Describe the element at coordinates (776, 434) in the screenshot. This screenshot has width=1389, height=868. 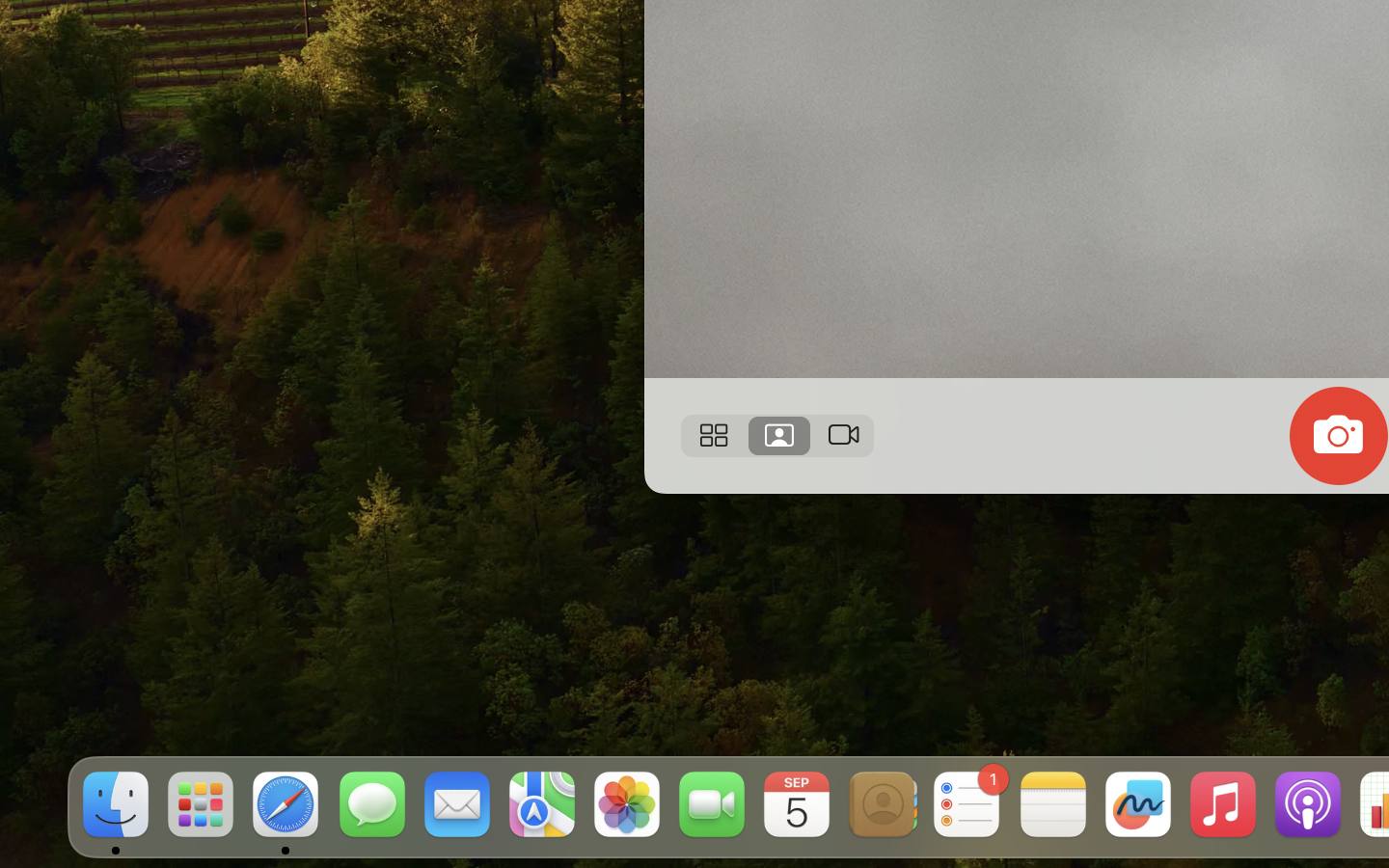
I see `'<AXUIElement 0x286e97060> {pid=1653}'` at that location.